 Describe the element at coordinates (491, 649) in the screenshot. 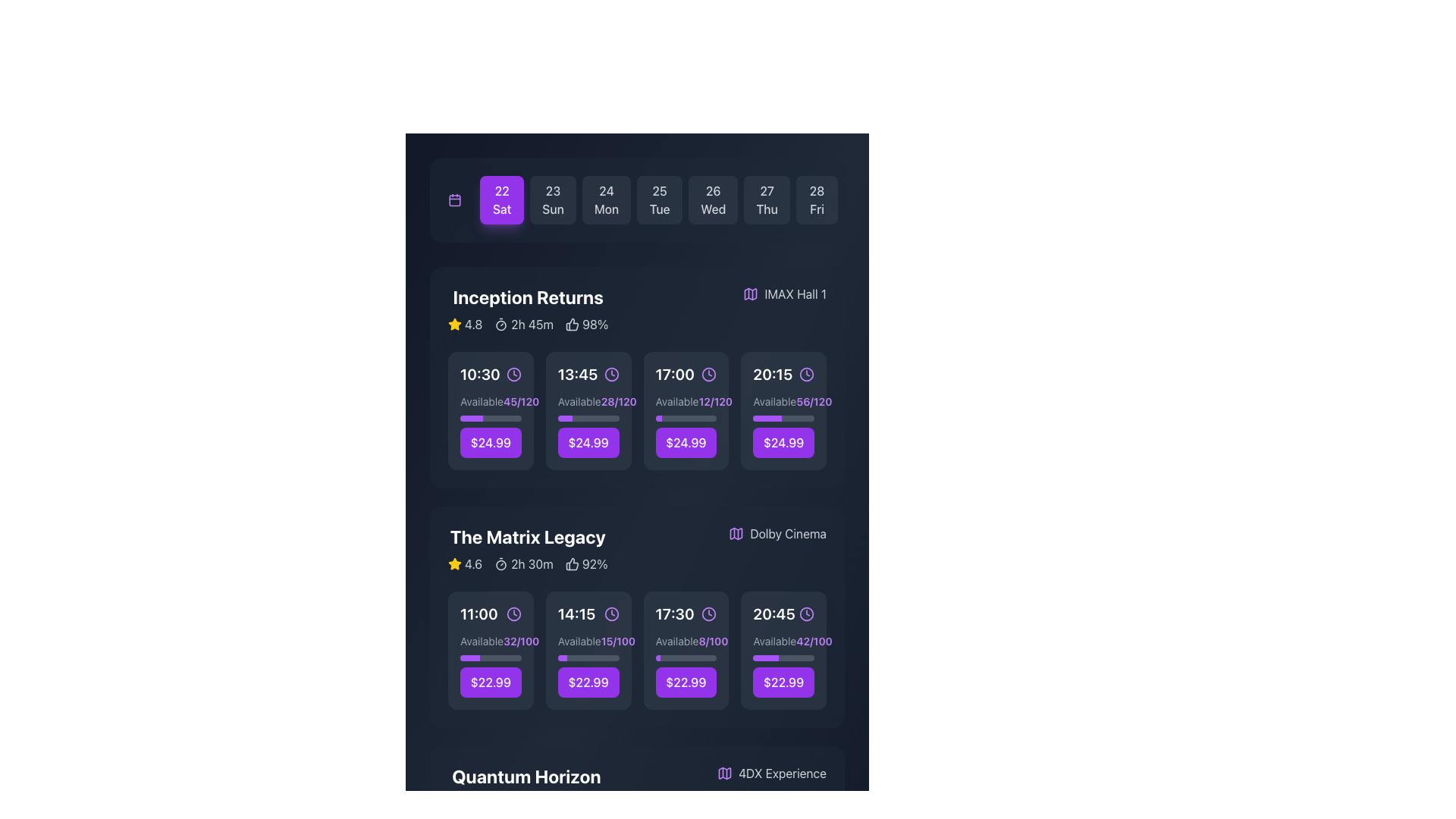

I see `the purple 'Select Seats' button with the sofa icon located at the lower section of the movie timing and seating display for 'The Matrix Legacy' at 11:00 to observe the hover effect` at that location.